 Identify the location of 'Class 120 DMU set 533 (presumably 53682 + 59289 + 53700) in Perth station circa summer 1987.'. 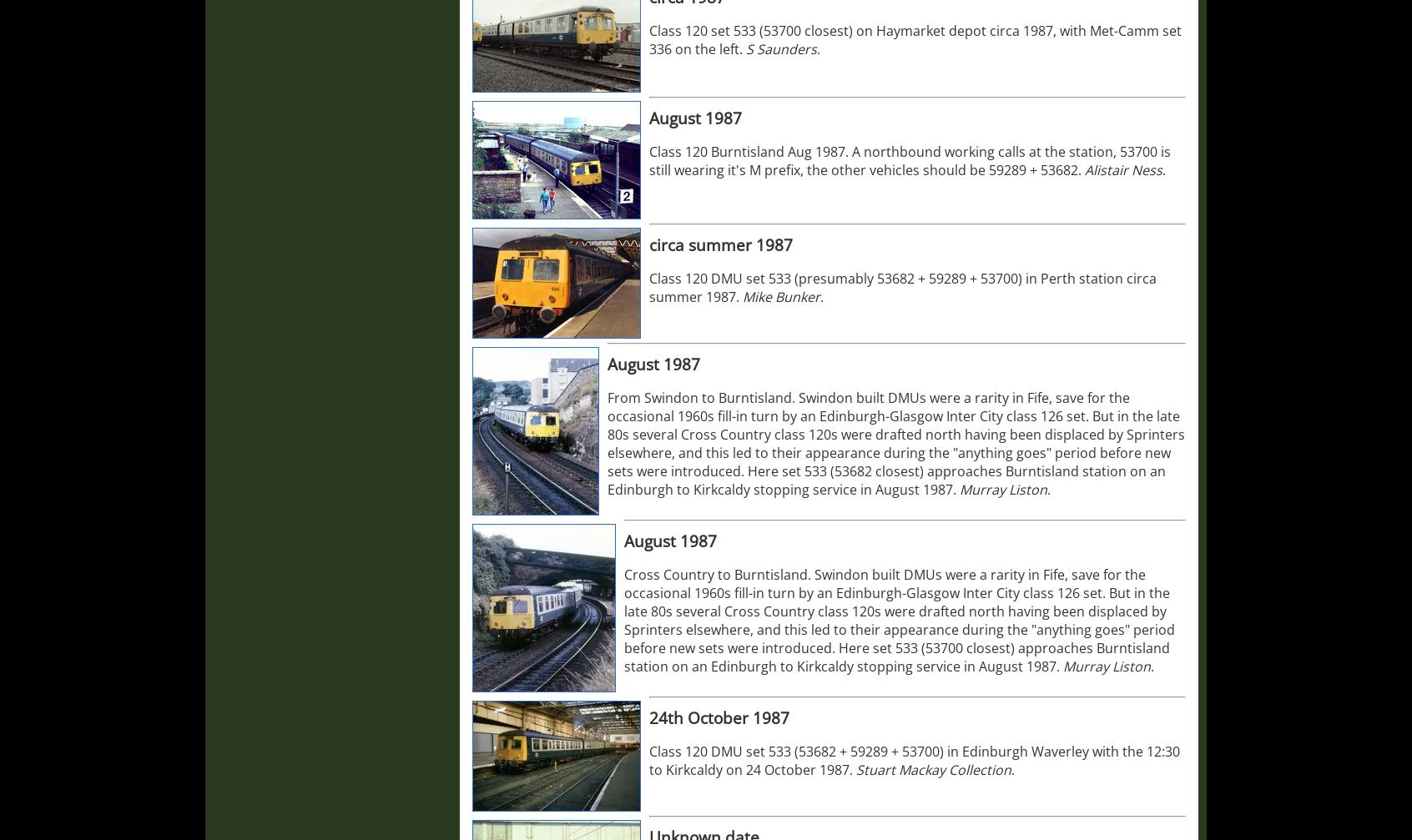
(648, 287).